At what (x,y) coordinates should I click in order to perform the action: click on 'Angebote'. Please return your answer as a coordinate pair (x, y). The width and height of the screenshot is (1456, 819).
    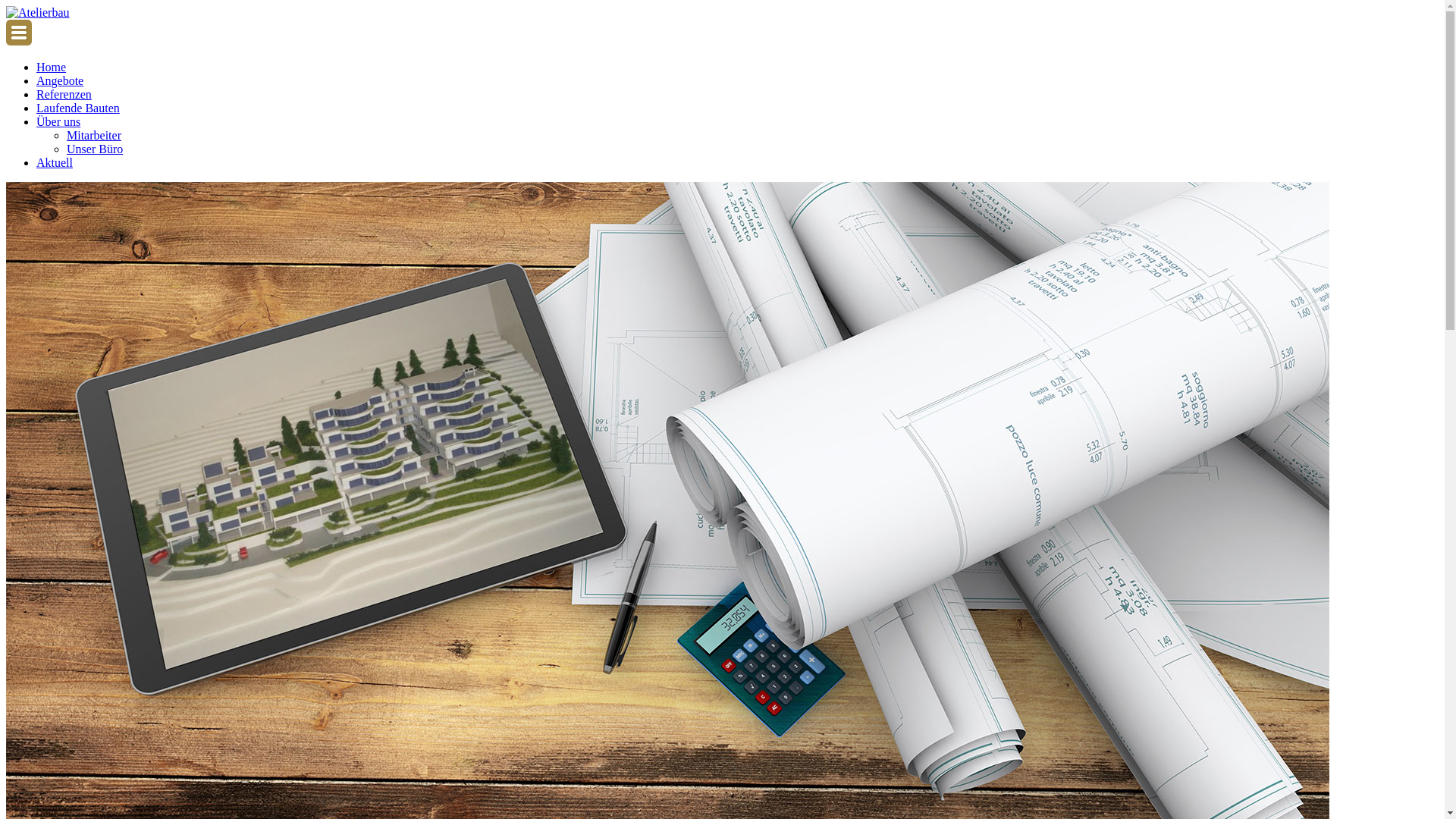
    Looking at the image, I should click on (59, 80).